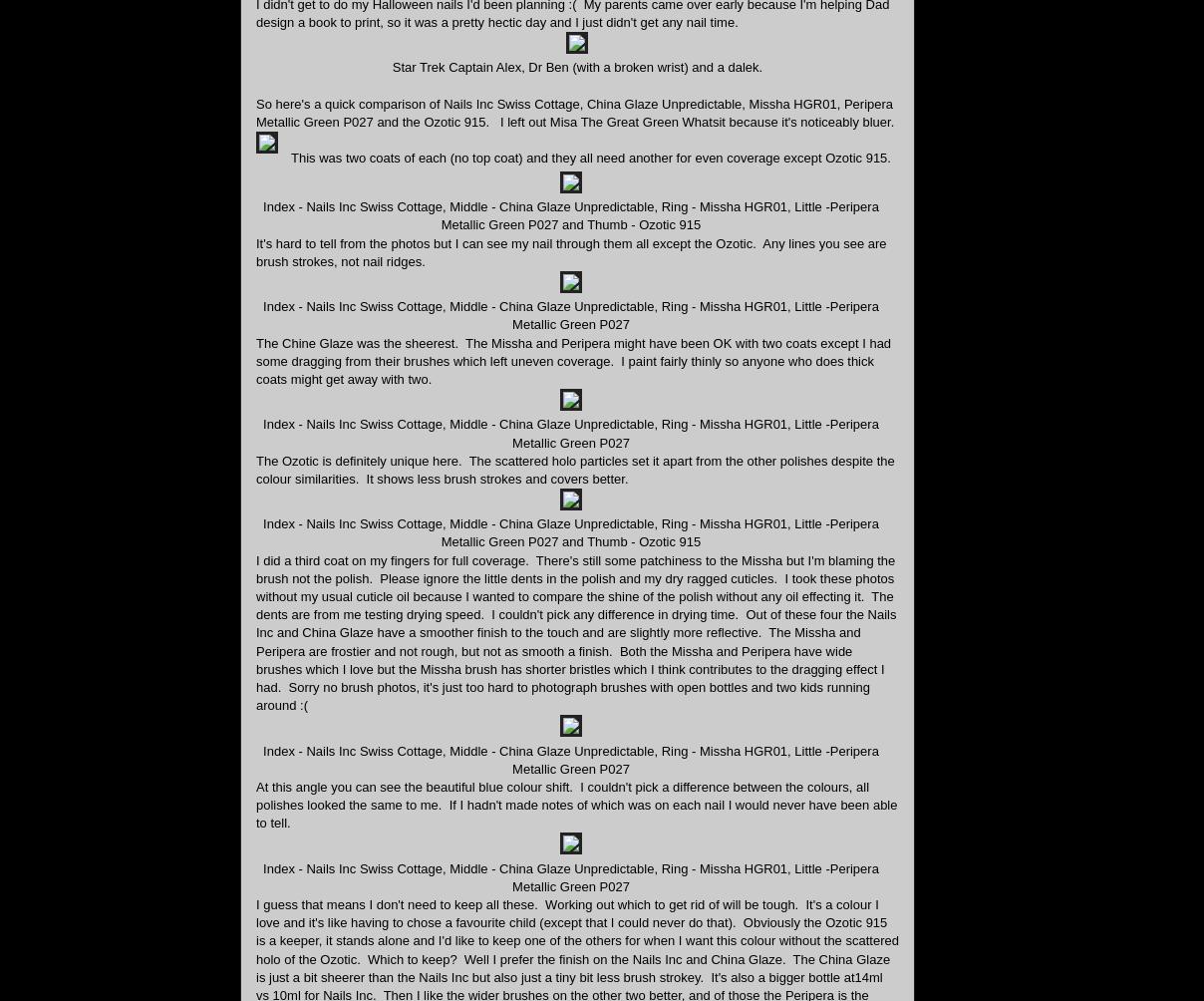 The height and width of the screenshot is (1001, 1204). I want to click on 'I did a third coat on my fingers for full coverage.  There's still some patchiness to the Missha but I'm blaming the brush not the polish.  Please ignore the little dents in the polish and my dry ragged cuticles.  I took these photos without my usual cuticle oil because I wanted to compare the shine of the polish without any oil effecting it.  The dents are from me testing drying speed.  I couldn't pick any difference in drying time.  Out of these four the Nails Inc and China Glaze have a smoother finish to the touch and are slightly more reflective.  The Missha and Peripera are frostier and not rough, but not as smooth a finish.  Both the Missha and Peripera have wide brushes which I love but the Missha brush has shorter bristles which I think contributes to the dragging effect I had.  Sorry no brush photos, it's just too hard to photograph brushes with open bottles and two kids running around :(', so click(576, 631).